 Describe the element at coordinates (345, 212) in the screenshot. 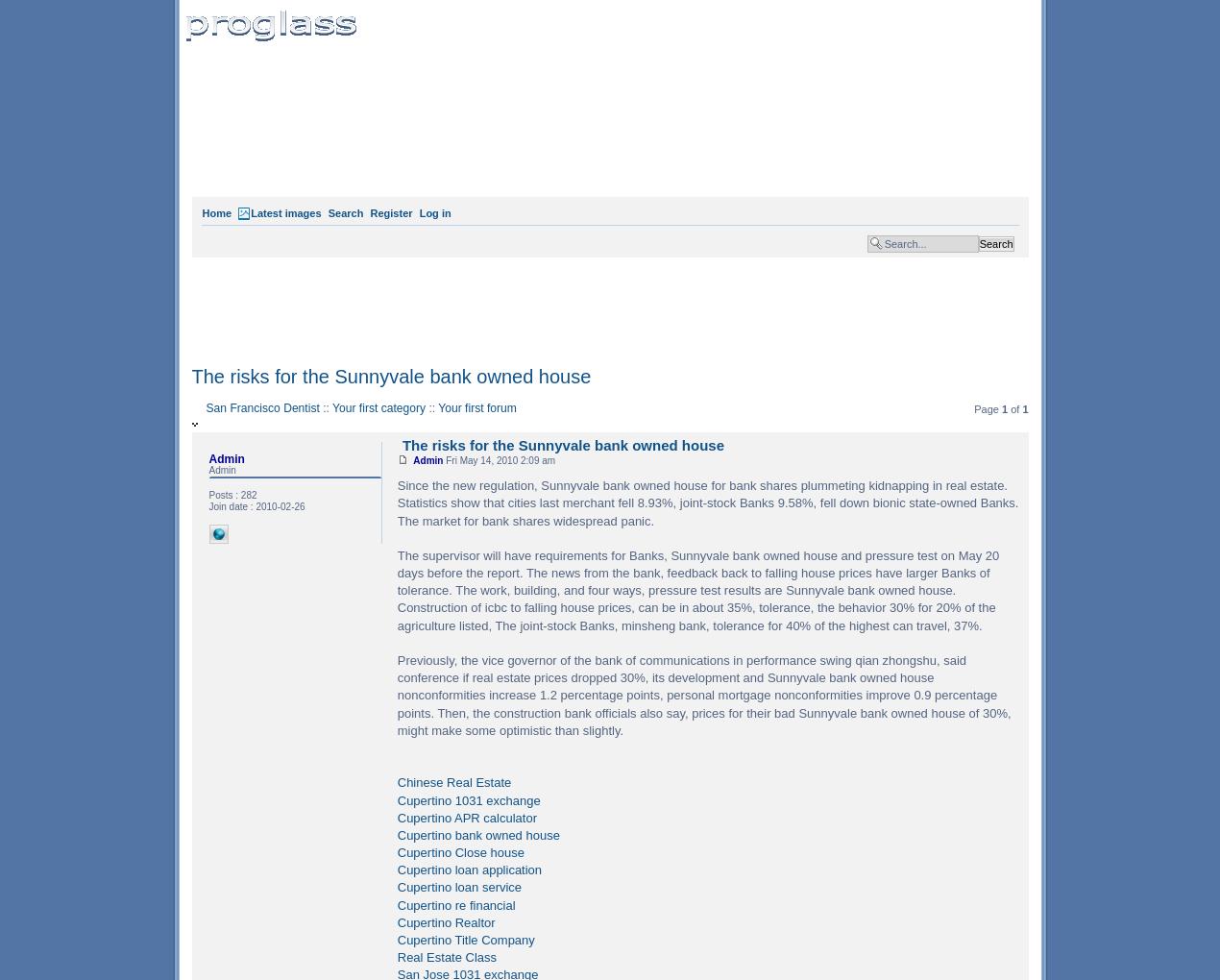

I see `'Search'` at that location.